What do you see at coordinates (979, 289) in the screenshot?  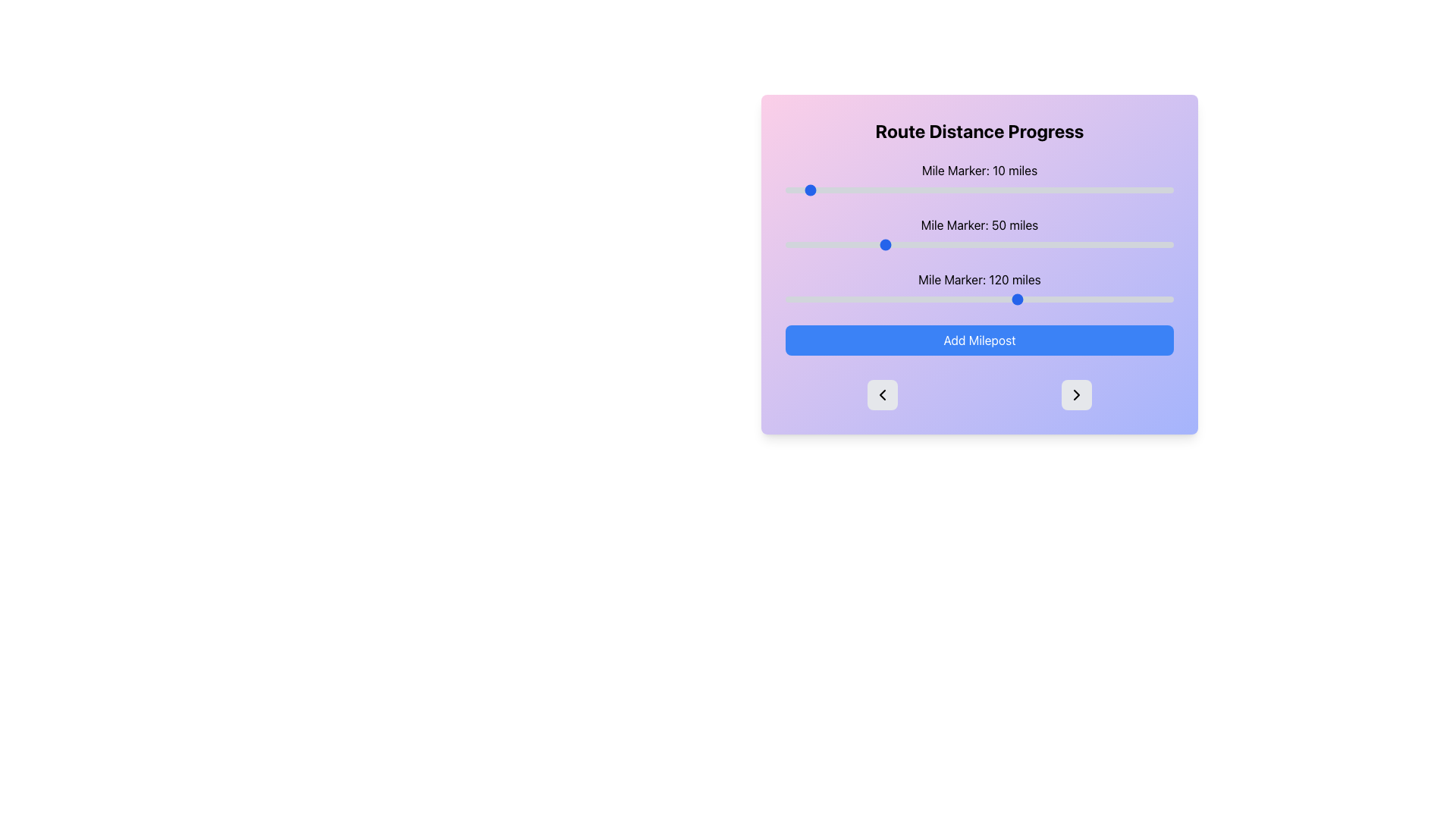 I see `the slider labeled 'Mile Marker: 120 miles'` at bounding box center [979, 289].